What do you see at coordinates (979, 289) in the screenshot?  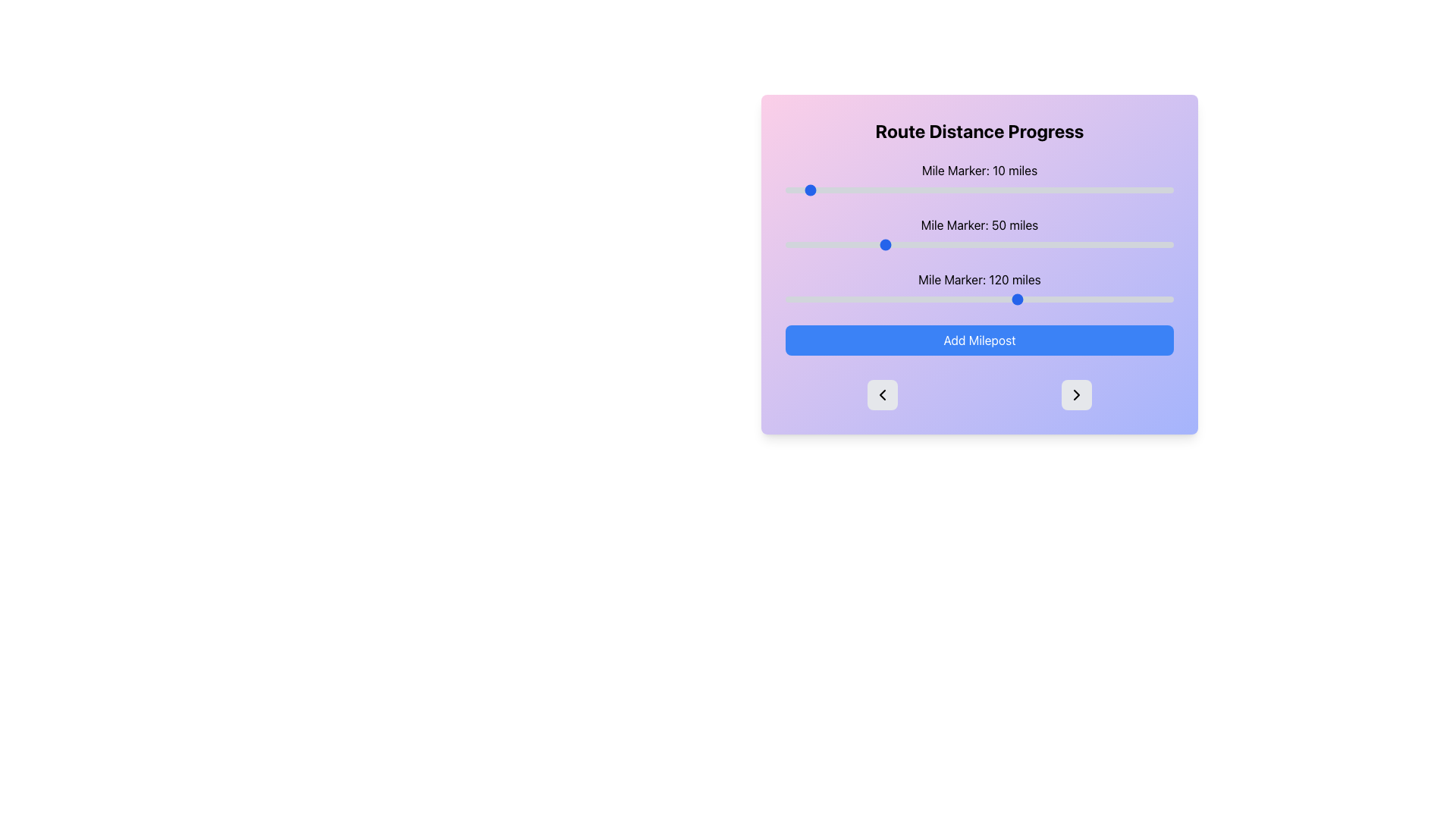 I see `the slider labeled 'Mile Marker: 120 miles'` at bounding box center [979, 289].